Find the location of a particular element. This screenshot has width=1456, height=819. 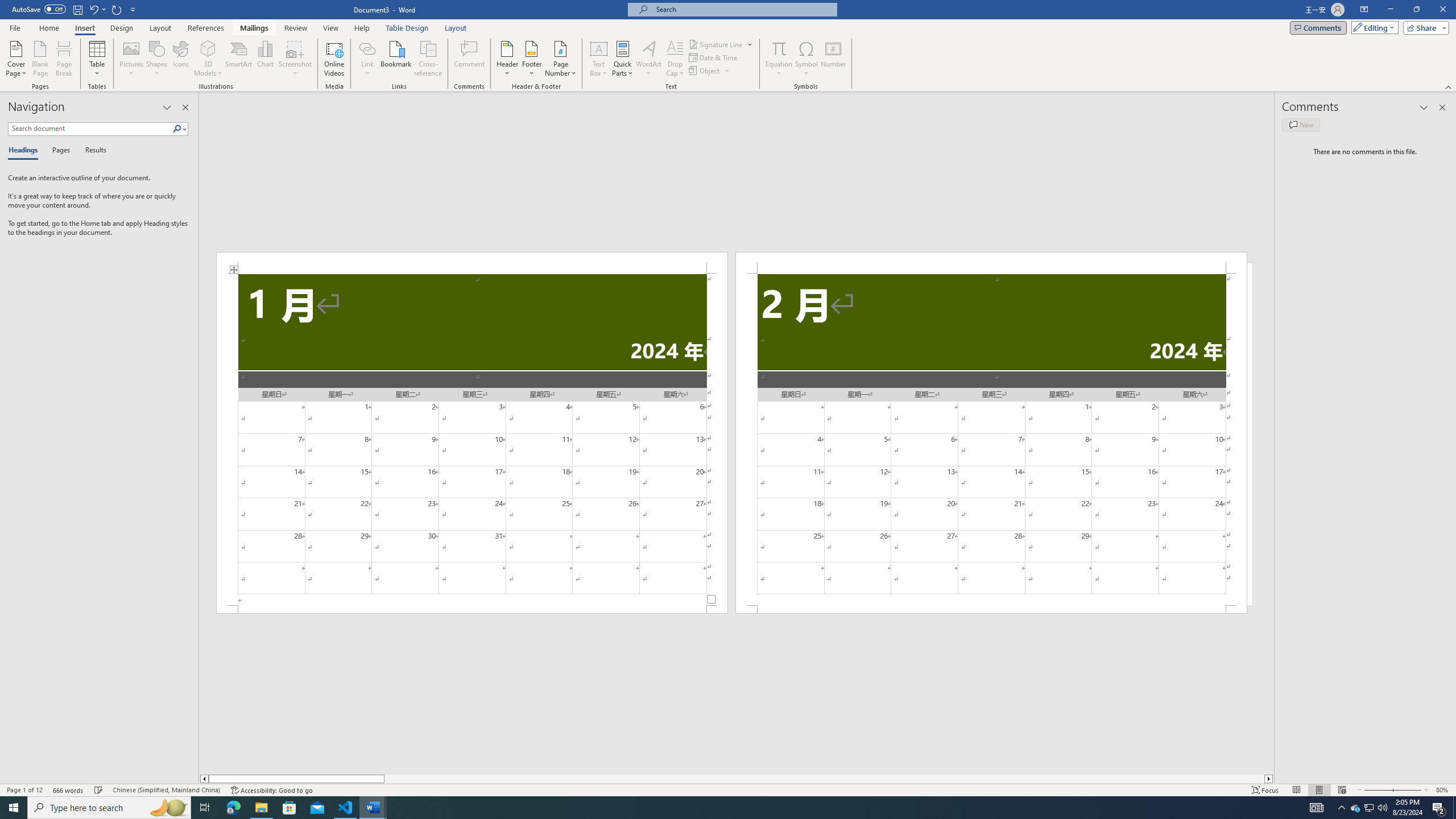

'Pictures' is located at coordinates (131, 59).